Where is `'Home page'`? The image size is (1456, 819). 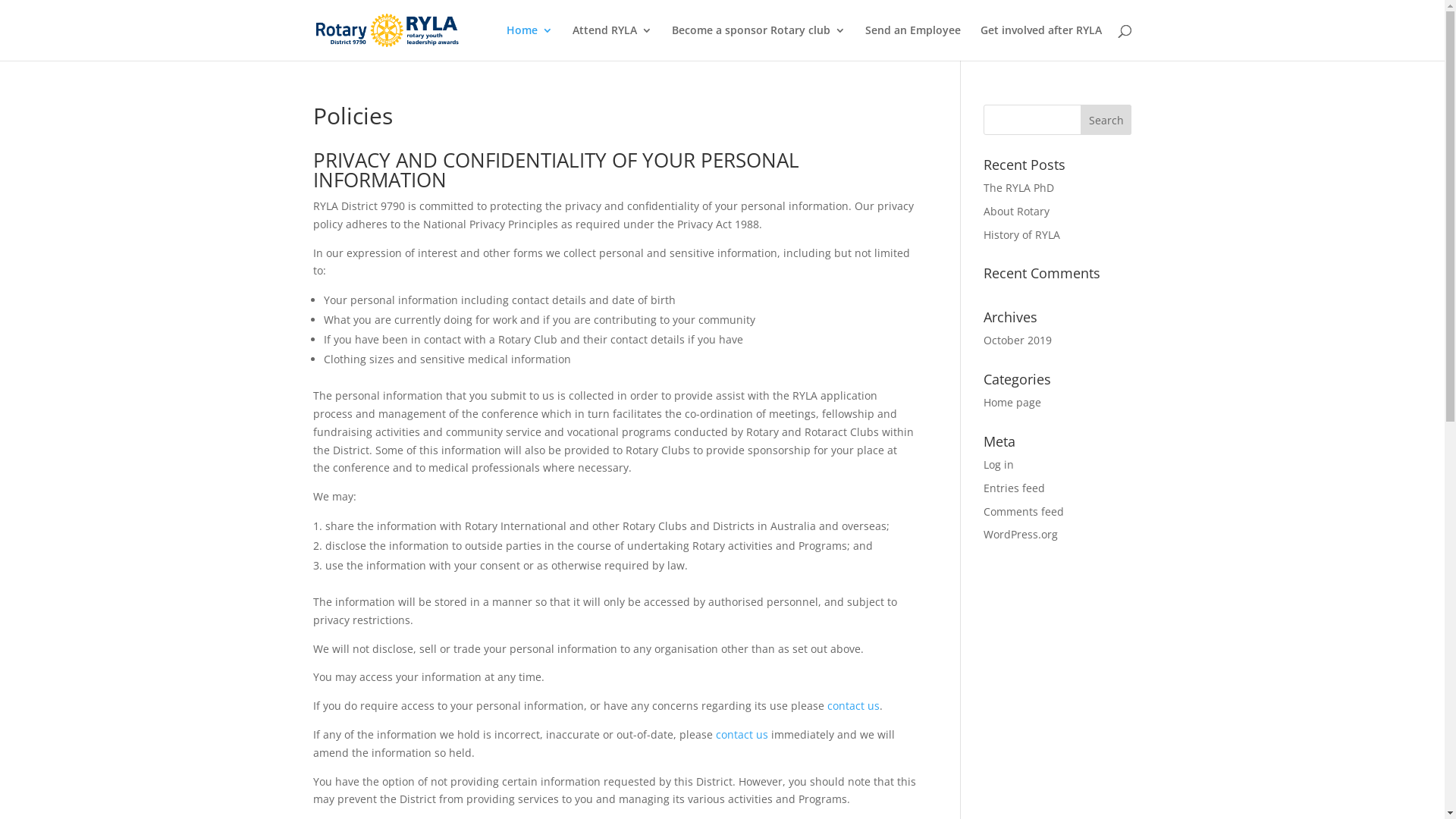 'Home page' is located at coordinates (1012, 401).